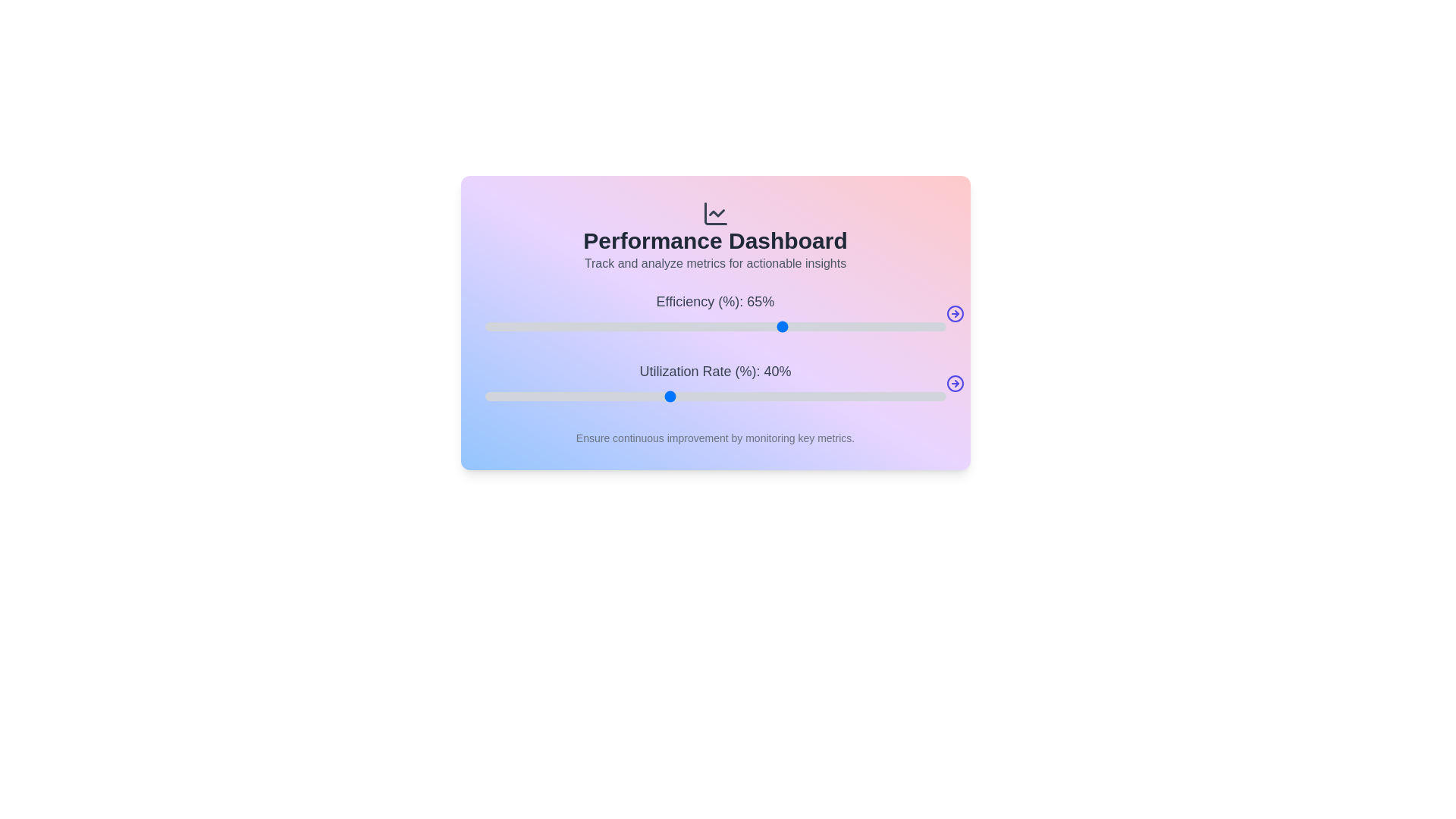 The image size is (1456, 819). I want to click on the Utilization Rate slider to 81%, so click(858, 396).